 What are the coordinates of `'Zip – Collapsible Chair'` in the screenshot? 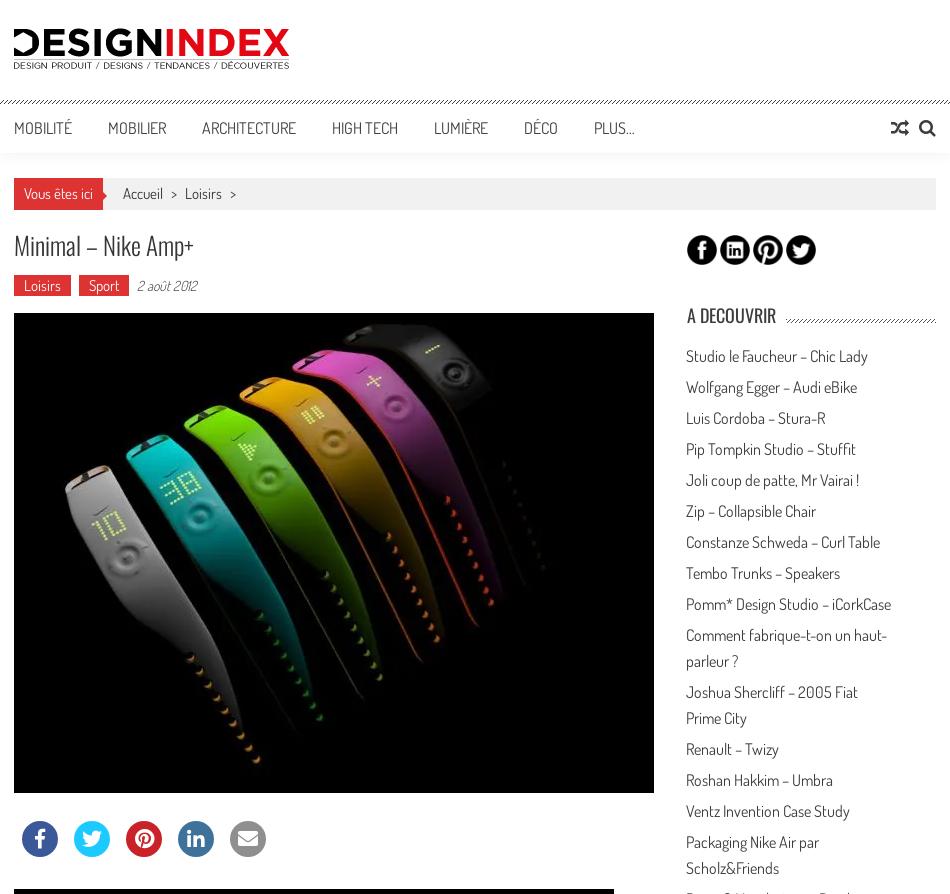 It's located at (749, 510).